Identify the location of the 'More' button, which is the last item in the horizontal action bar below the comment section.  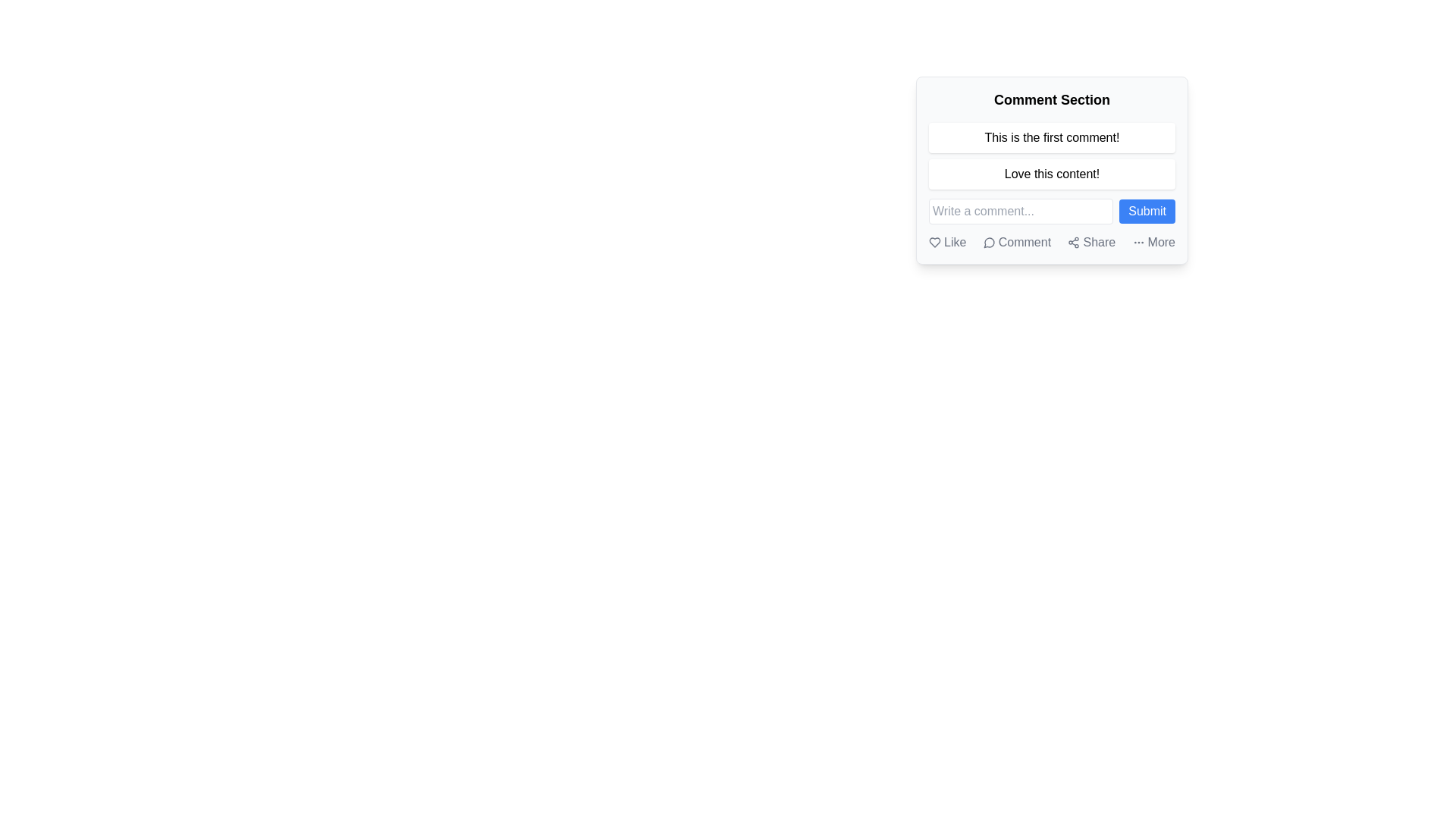
(1153, 242).